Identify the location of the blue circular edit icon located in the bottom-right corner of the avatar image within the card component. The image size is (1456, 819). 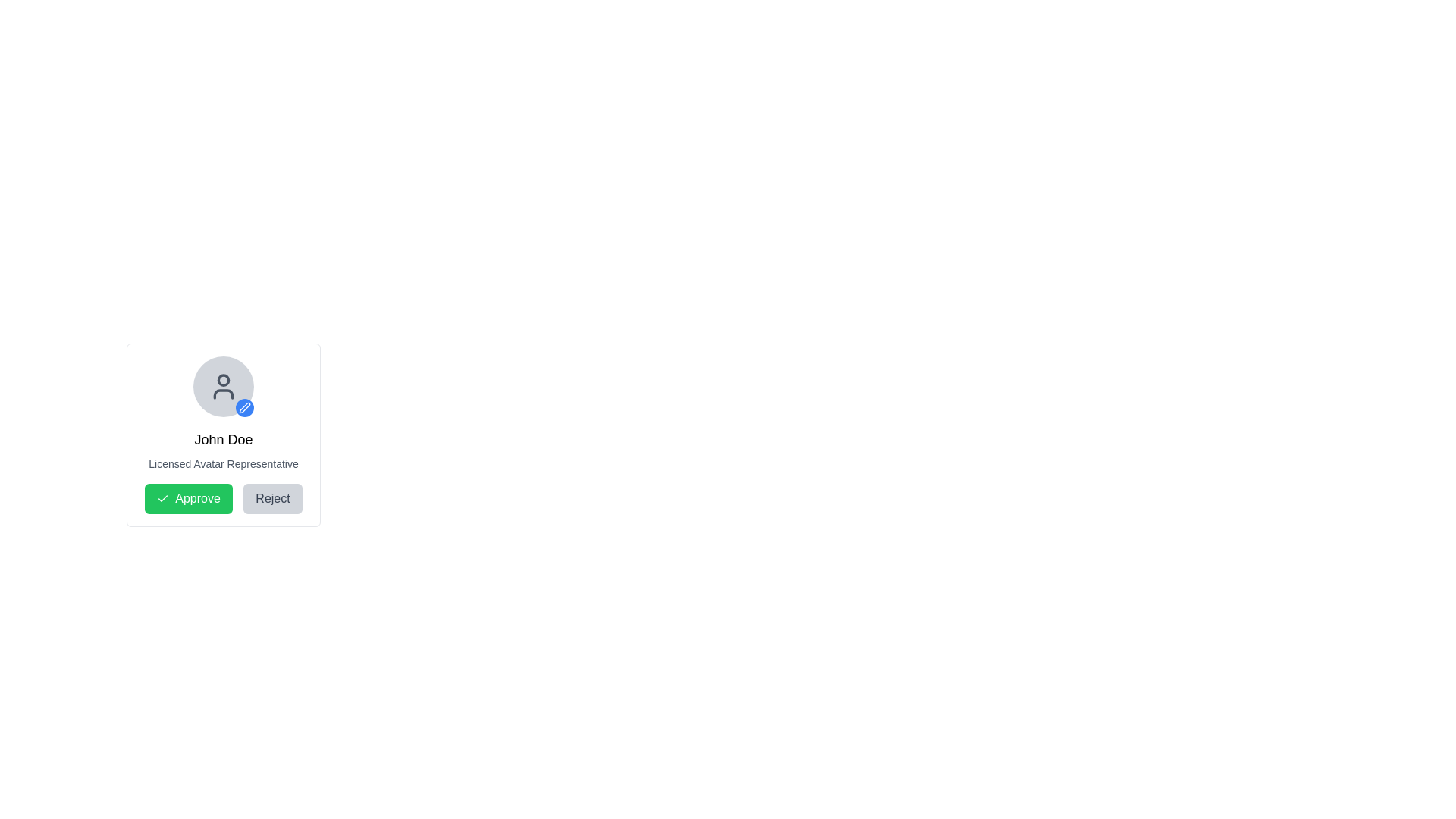
(244, 406).